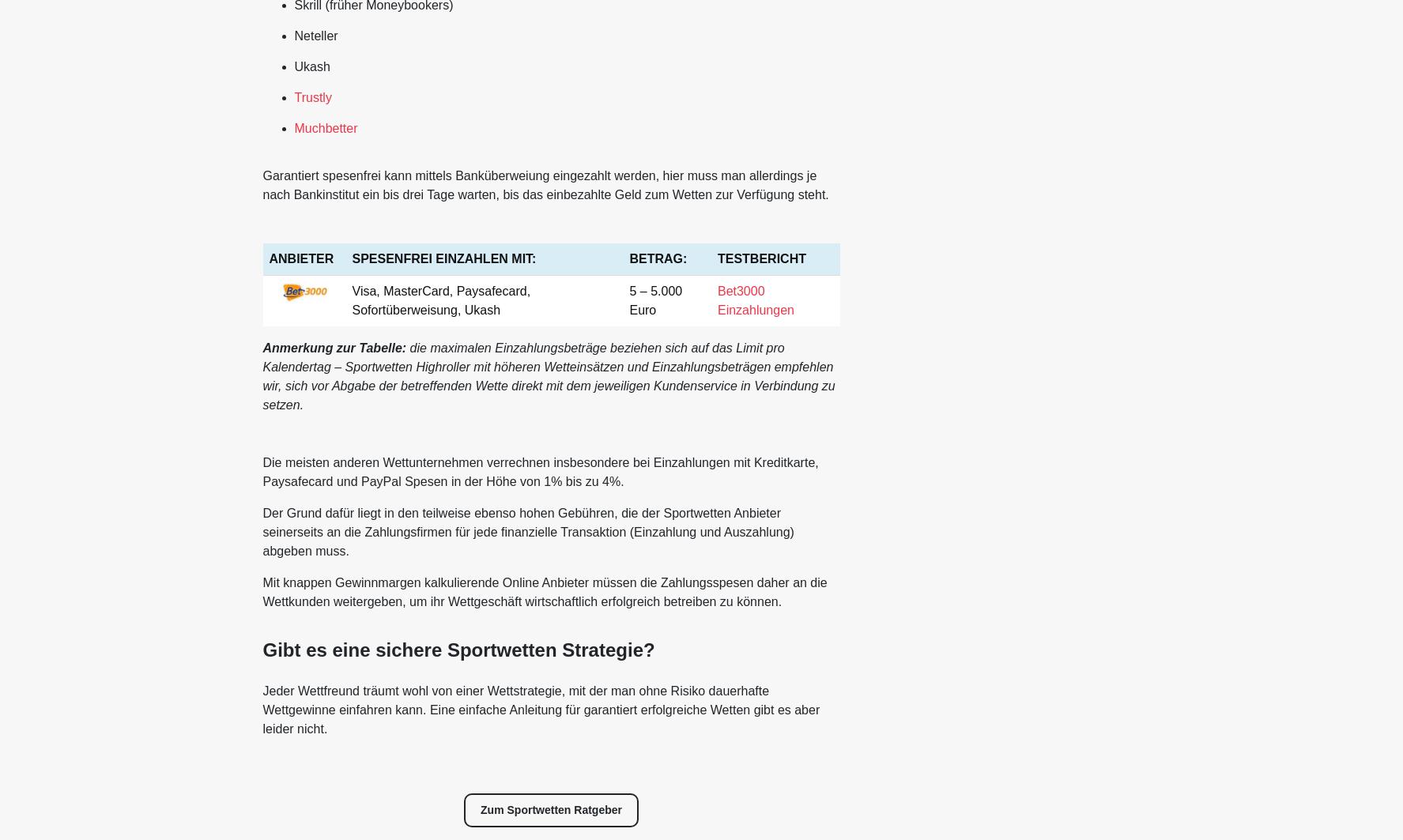  Describe the element at coordinates (440, 299) in the screenshot. I see `'Visa, MasterCard, Paysafecard, Sofortüberweisung, Ukash'` at that location.